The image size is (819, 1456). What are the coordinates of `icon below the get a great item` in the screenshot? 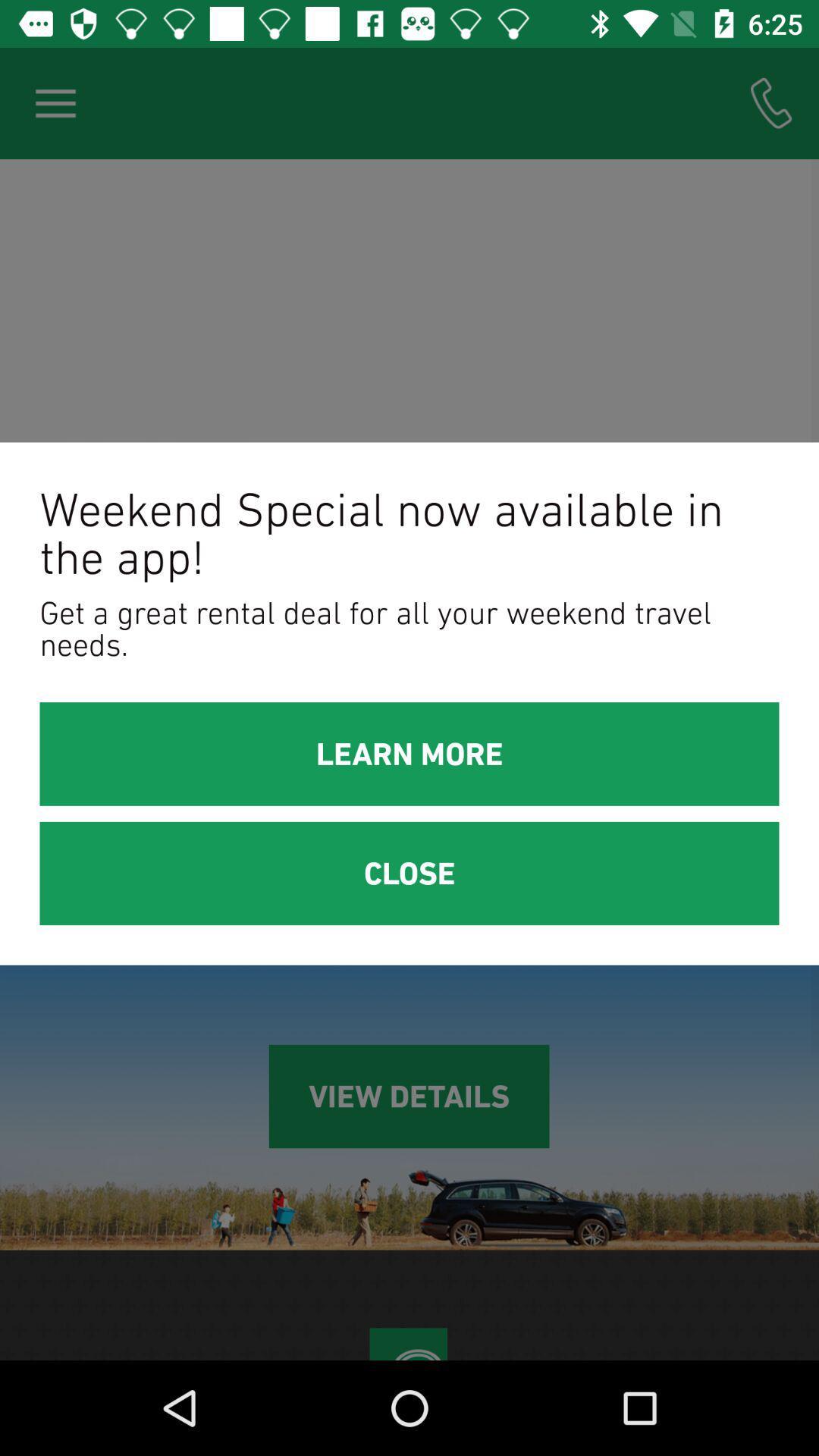 It's located at (409, 754).